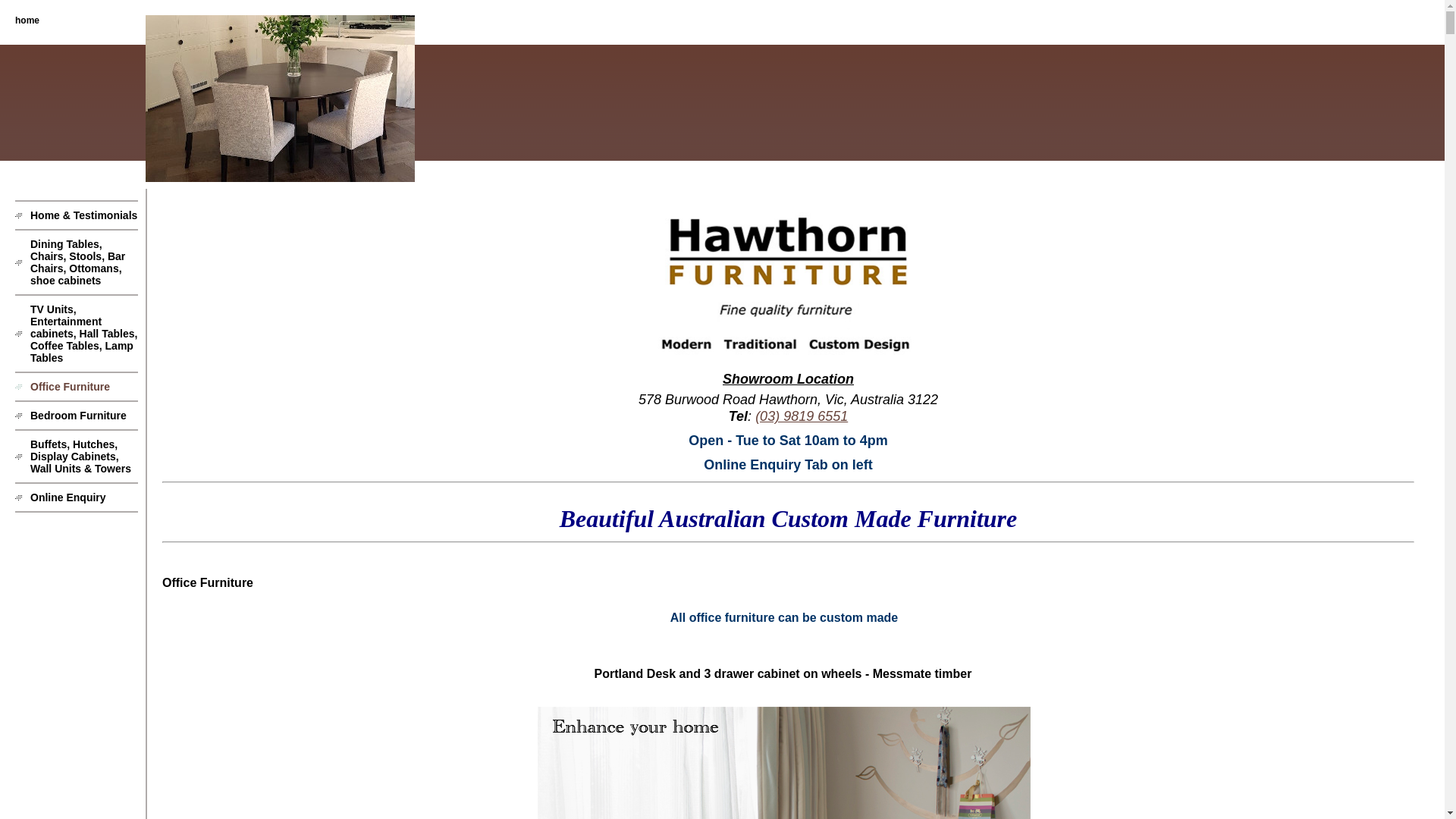 The width and height of the screenshot is (1456, 819). Describe the element at coordinates (75, 415) in the screenshot. I see `'Bedroom Furniture'` at that location.